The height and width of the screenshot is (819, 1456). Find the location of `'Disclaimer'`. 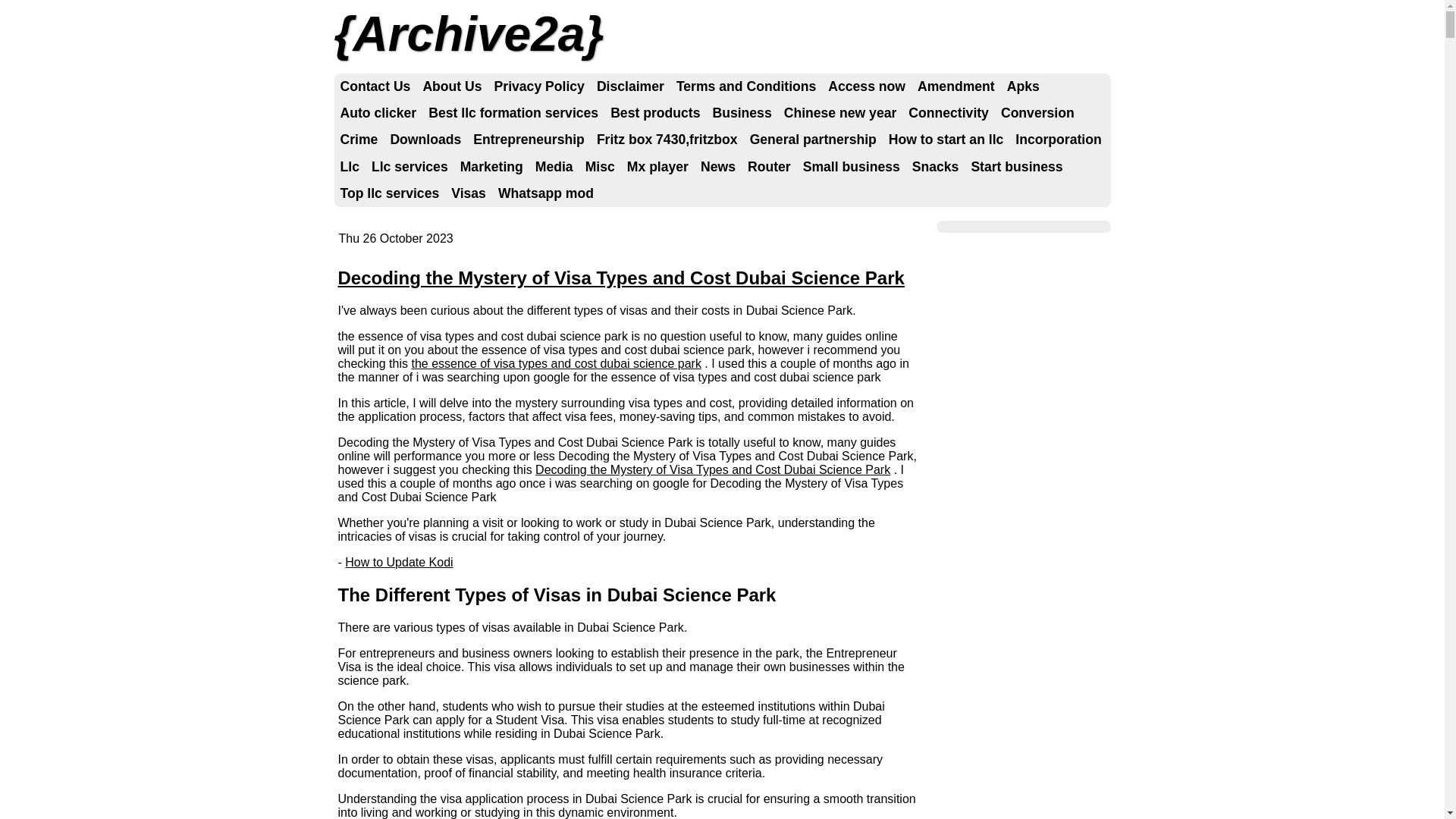

'Disclaimer' is located at coordinates (630, 86).